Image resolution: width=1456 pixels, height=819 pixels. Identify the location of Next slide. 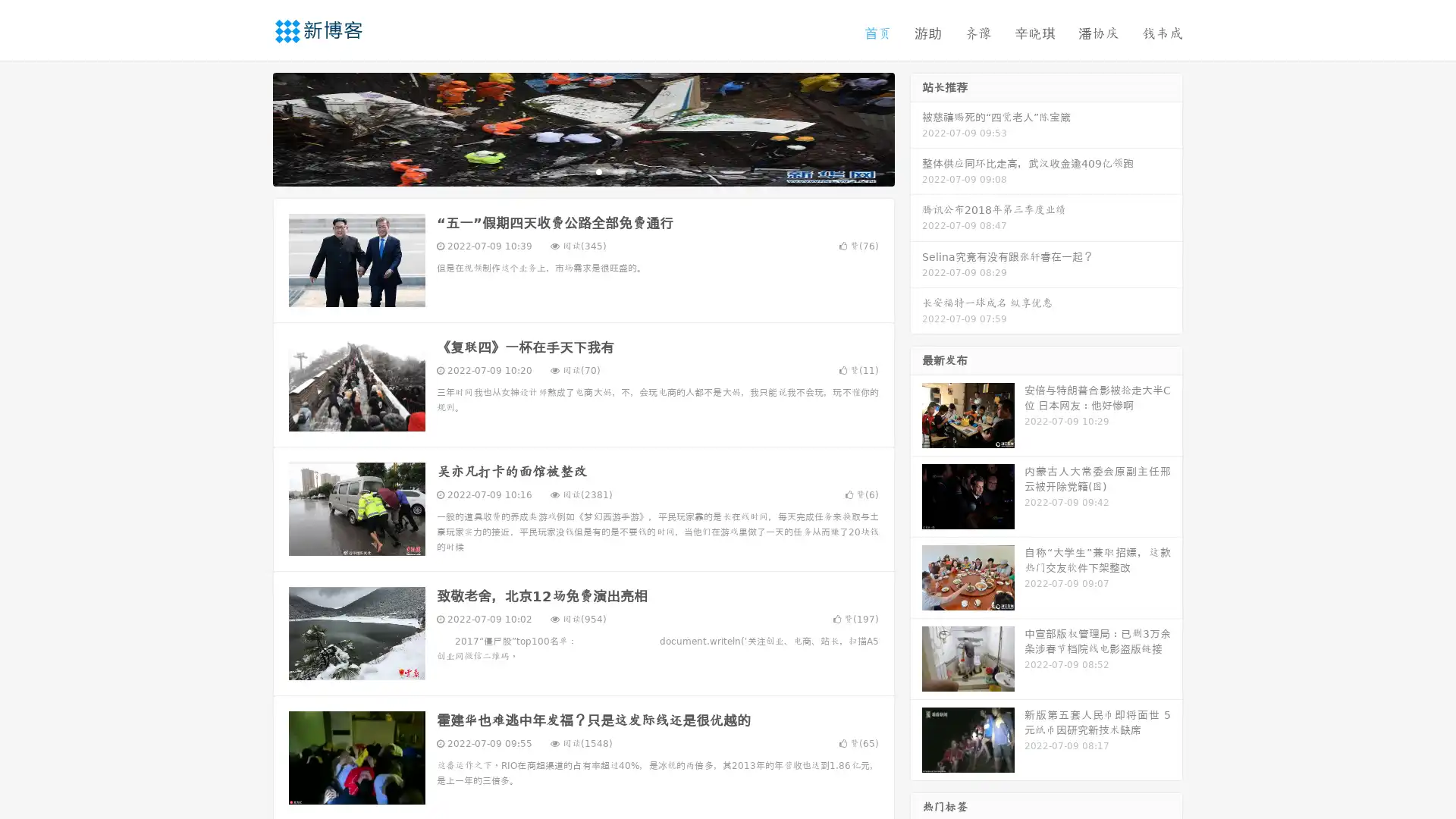
(916, 127).